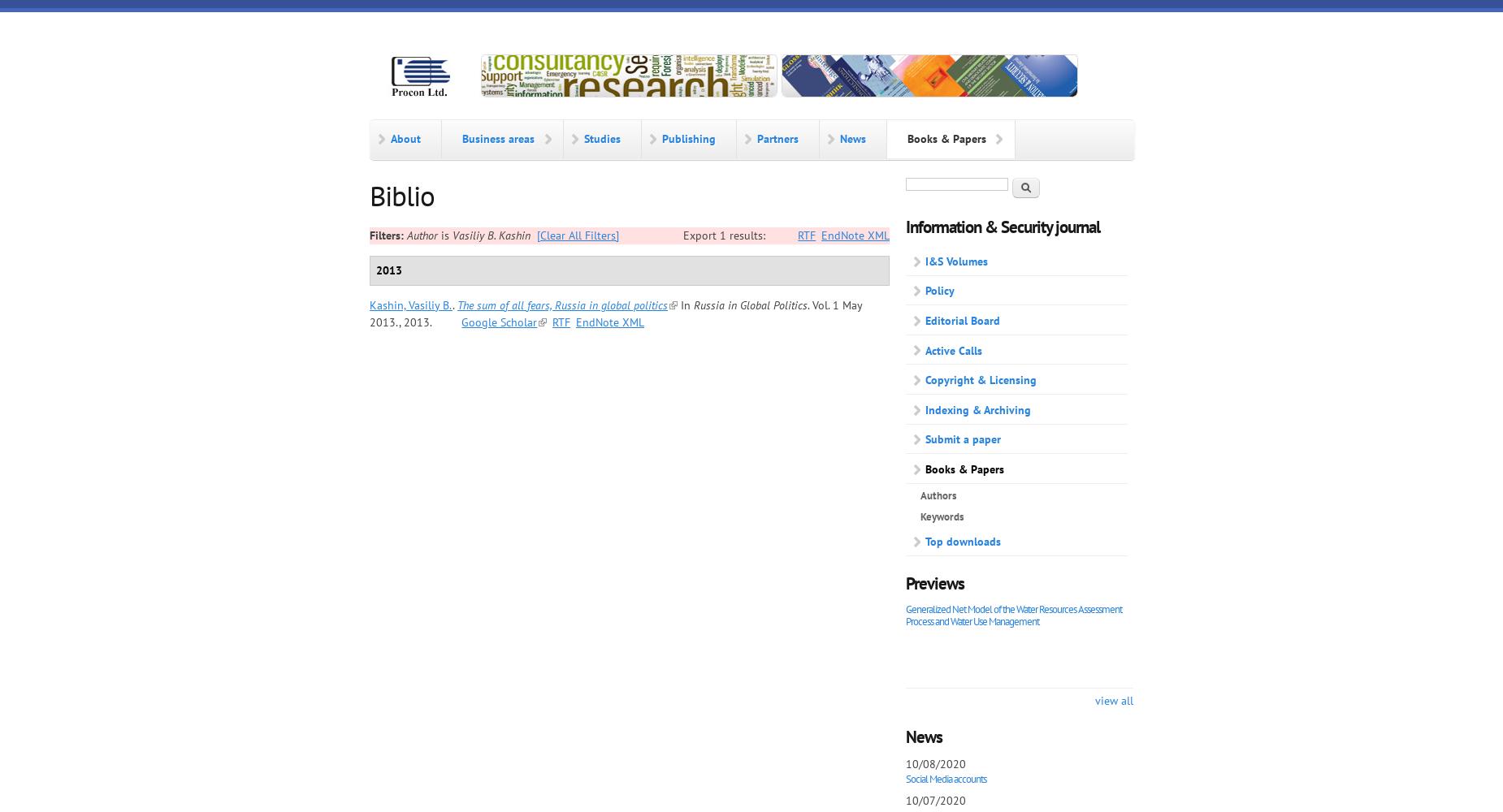  Describe the element at coordinates (961, 321) in the screenshot. I see `'Editorial Board'` at that location.